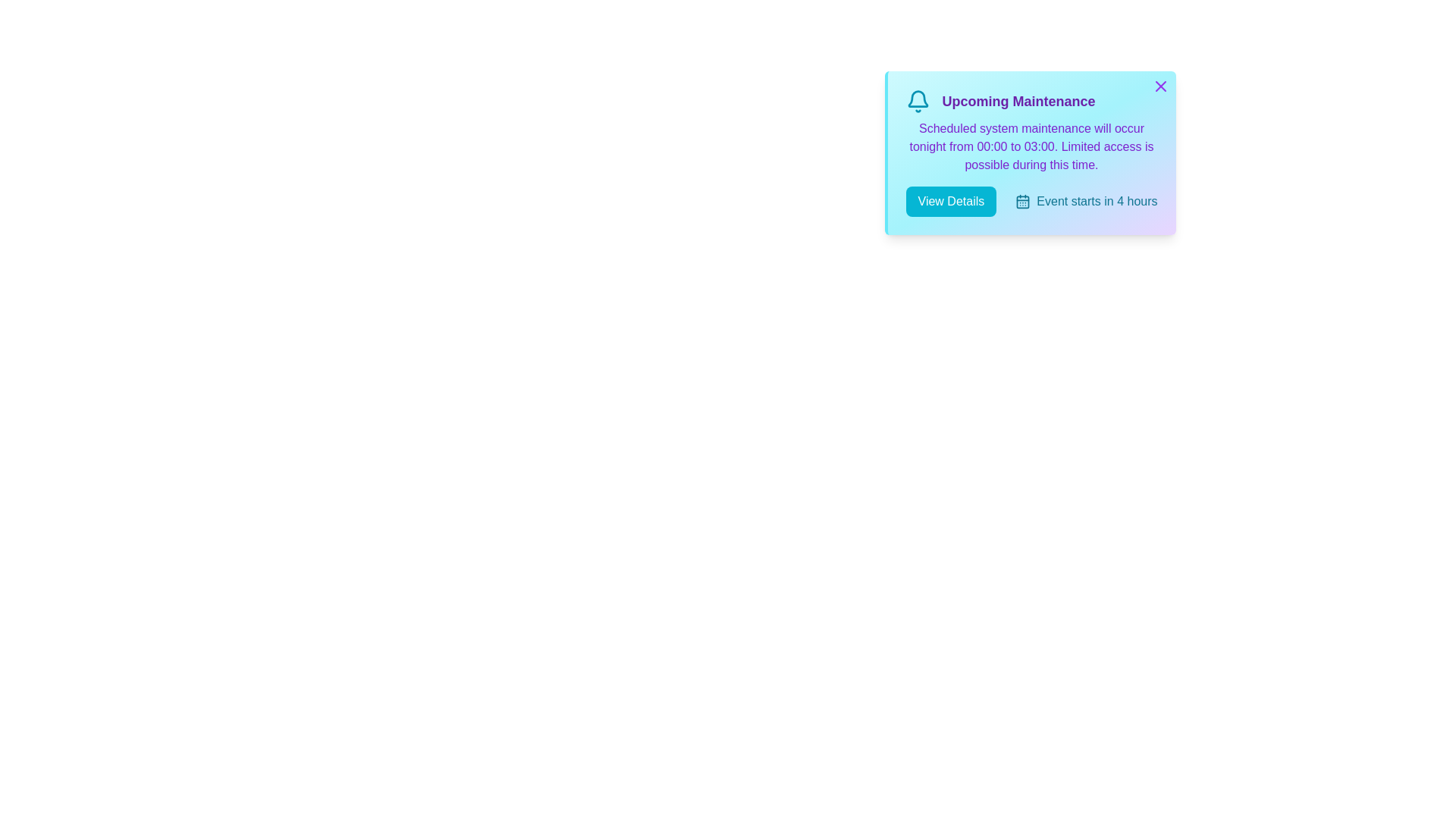  I want to click on close button on the notification to dismiss it, so click(1159, 86).